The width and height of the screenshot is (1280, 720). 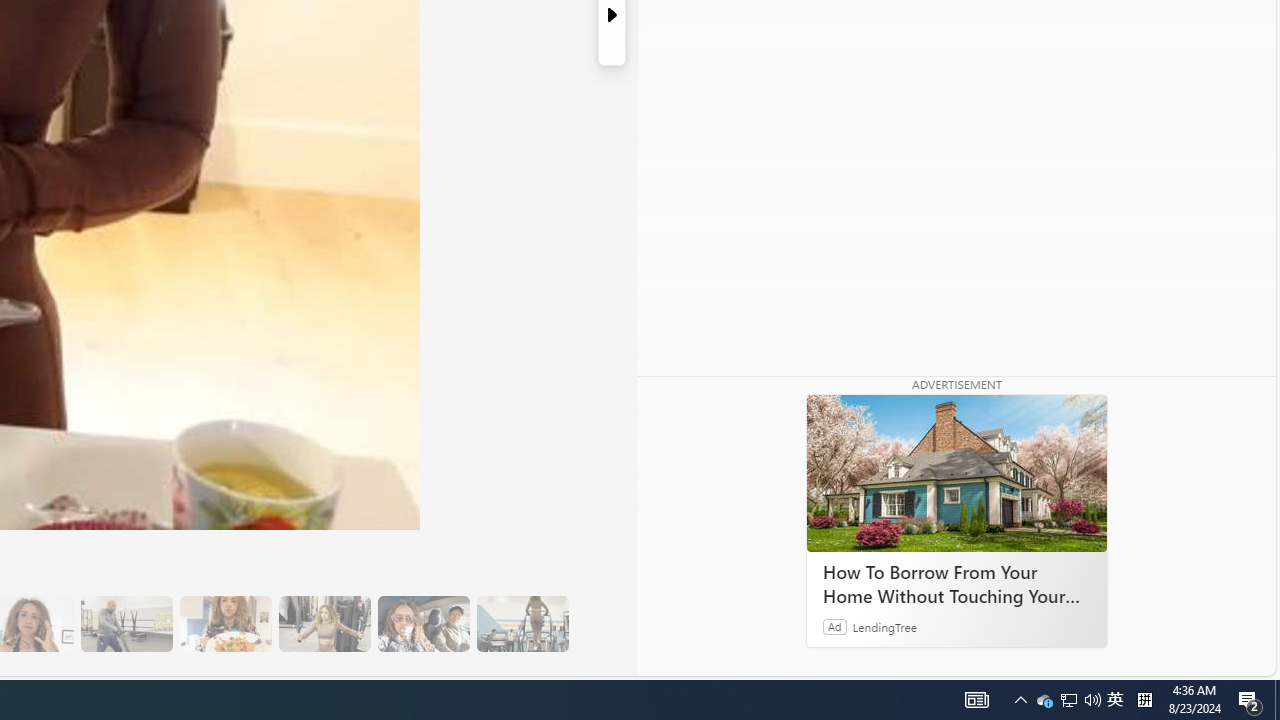 What do you see at coordinates (125, 623) in the screenshot?
I see `'13 Her Husband Does Group Cardio Classs'` at bounding box center [125, 623].